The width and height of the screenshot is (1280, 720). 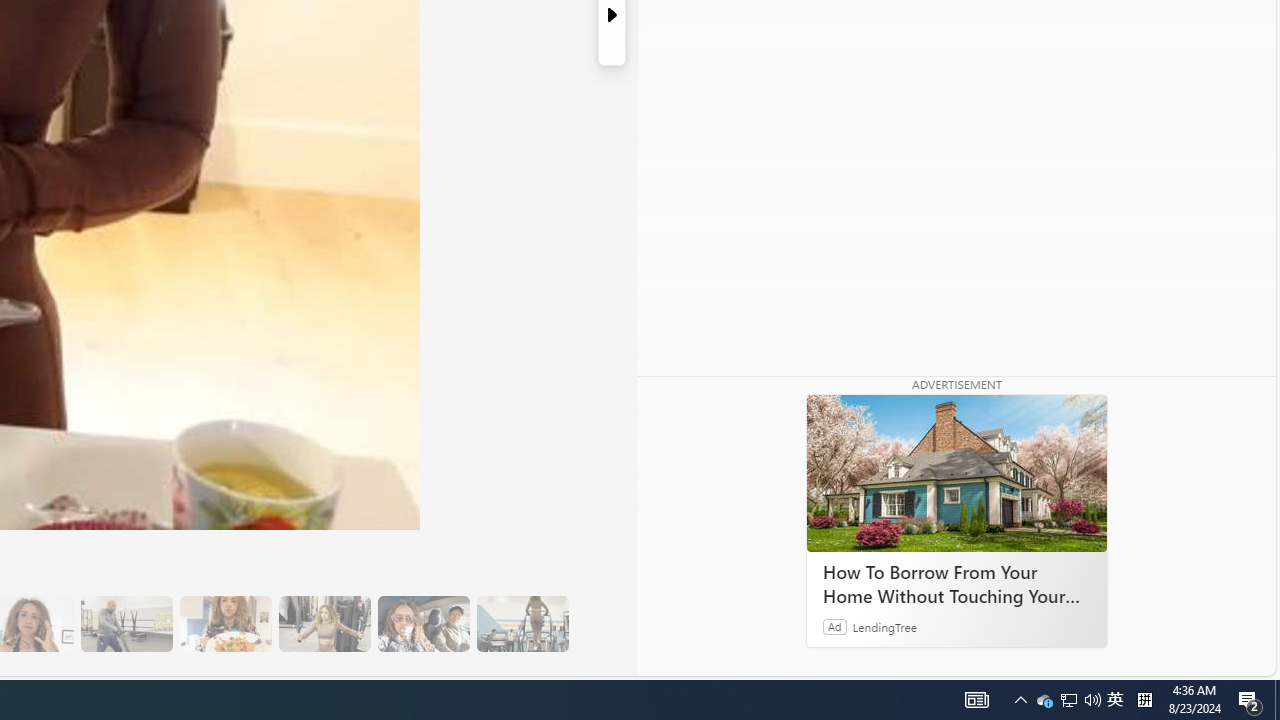 What do you see at coordinates (125, 623) in the screenshot?
I see `'13 Her Husband Does Group Cardio Classs'` at bounding box center [125, 623].